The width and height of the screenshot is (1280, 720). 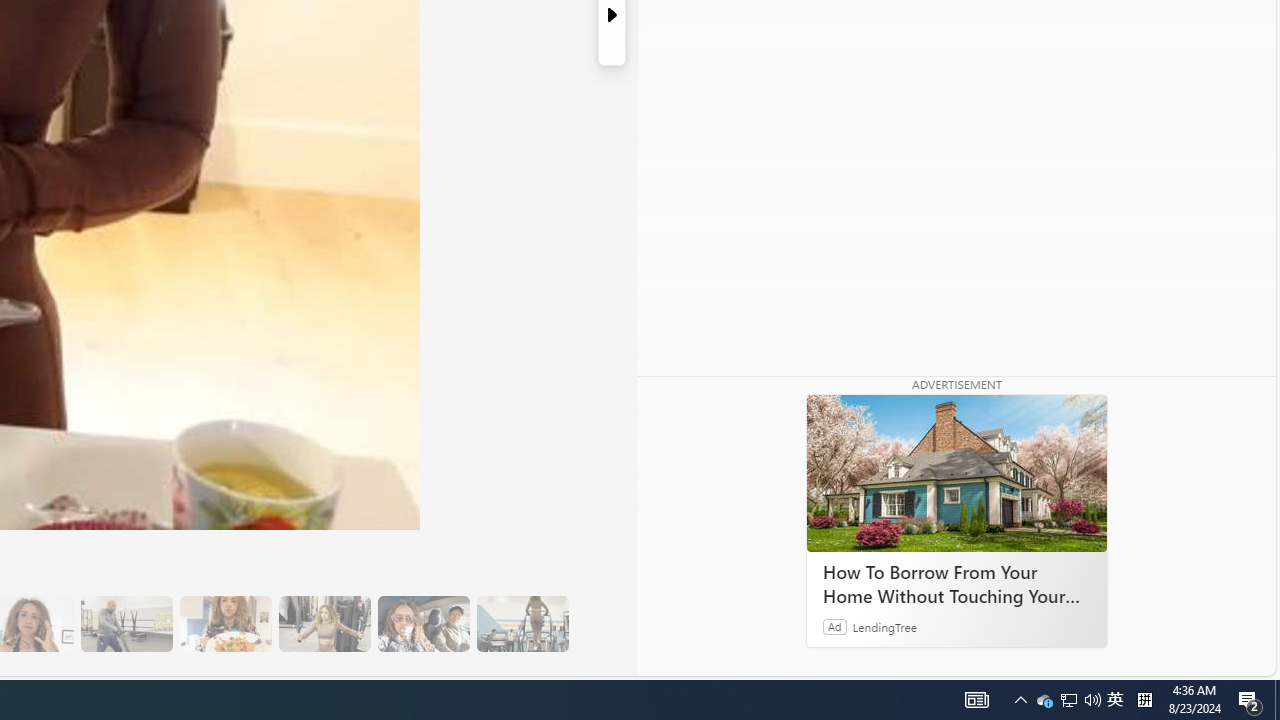 What do you see at coordinates (125, 623) in the screenshot?
I see `'13 Her Husband Does Group Cardio Classs'` at bounding box center [125, 623].